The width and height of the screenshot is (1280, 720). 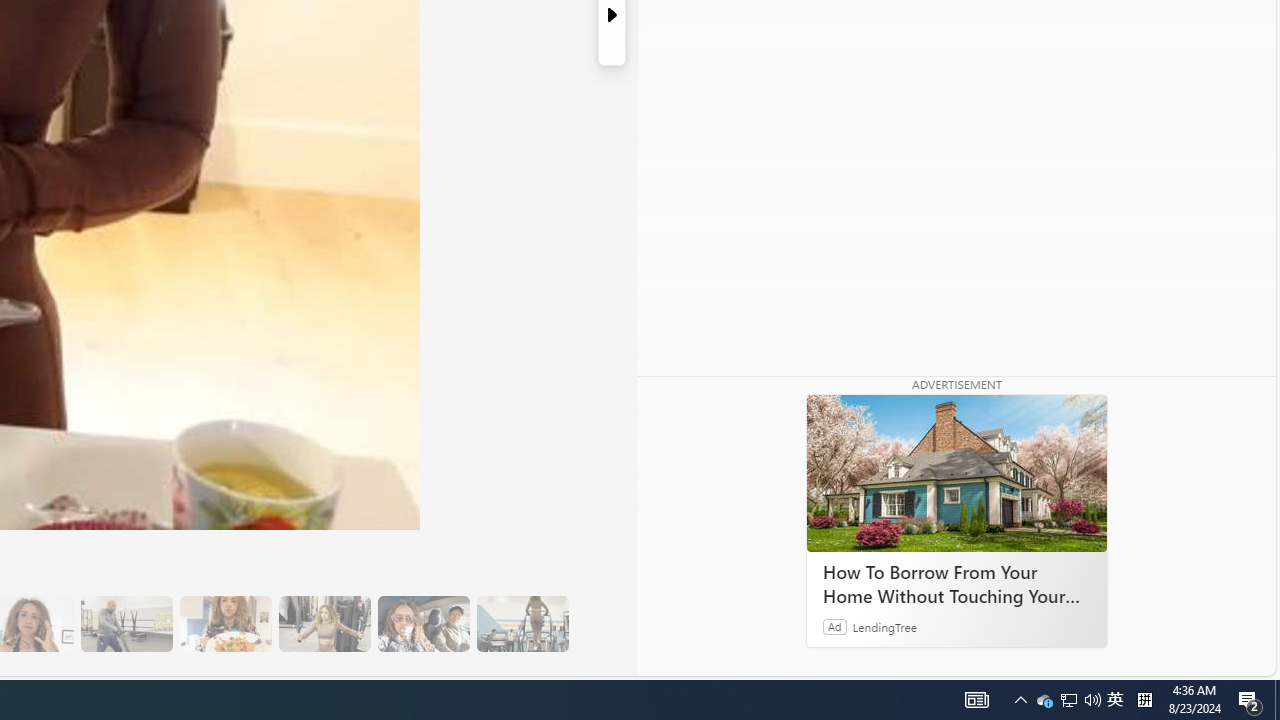 What do you see at coordinates (125, 623) in the screenshot?
I see `'13 Her Husband Does Group Cardio Classs'` at bounding box center [125, 623].